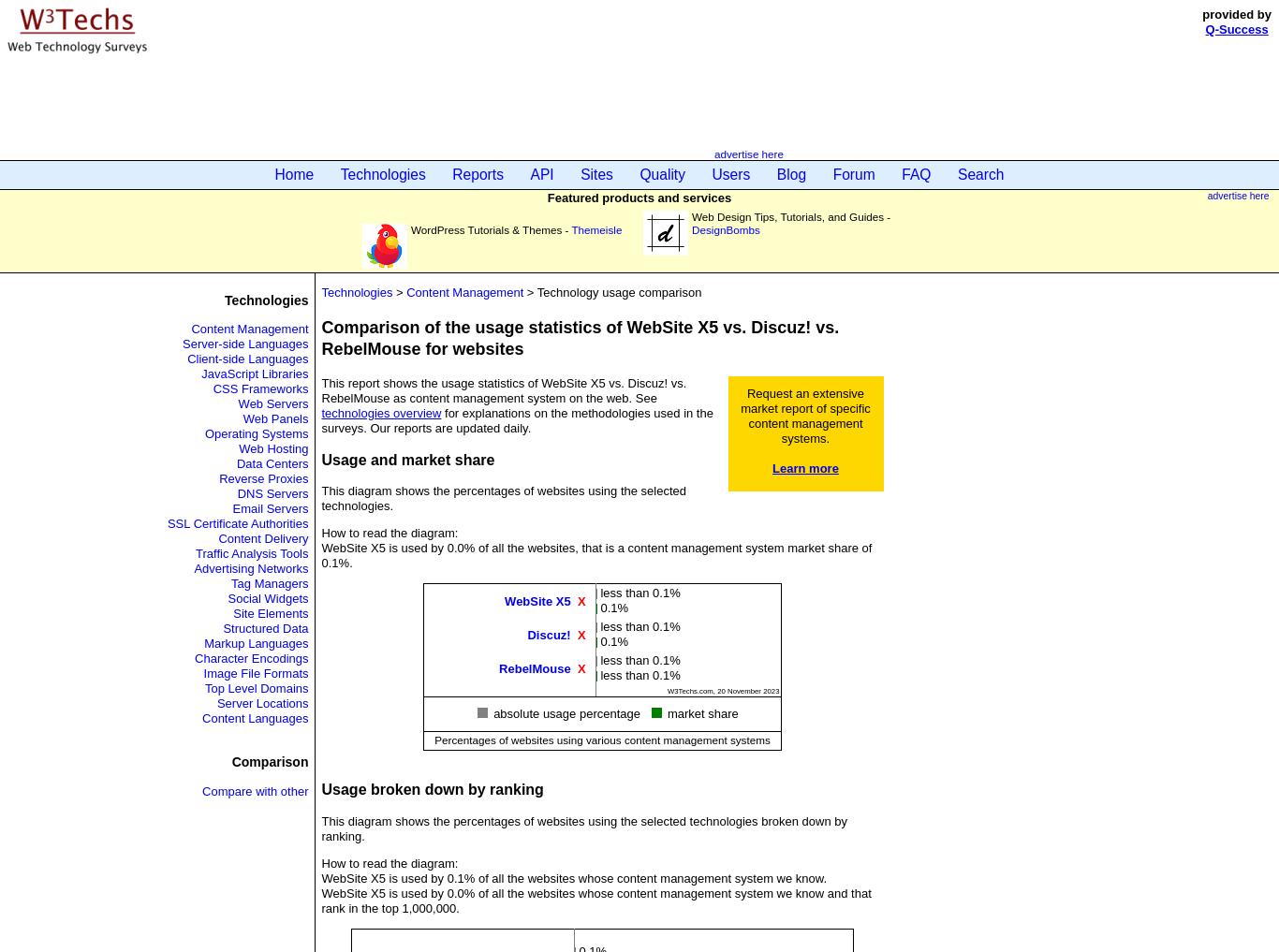 Image resolution: width=1279 pixels, height=952 pixels. Describe the element at coordinates (730, 174) in the screenshot. I see `'Users'` at that location.